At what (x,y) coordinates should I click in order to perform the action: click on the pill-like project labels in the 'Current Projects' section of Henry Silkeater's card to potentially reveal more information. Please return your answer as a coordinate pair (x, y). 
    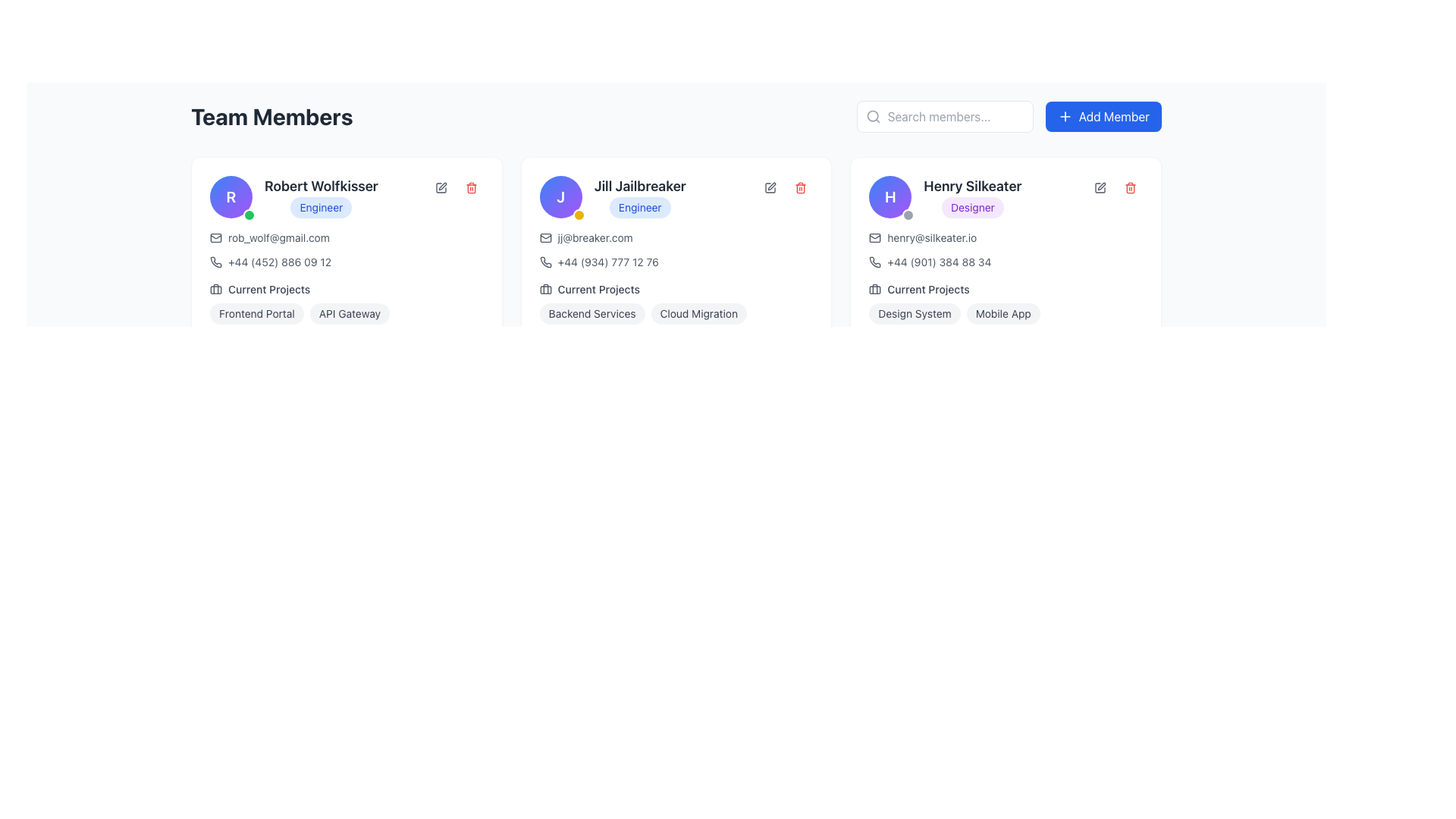
    Looking at the image, I should click on (1006, 312).